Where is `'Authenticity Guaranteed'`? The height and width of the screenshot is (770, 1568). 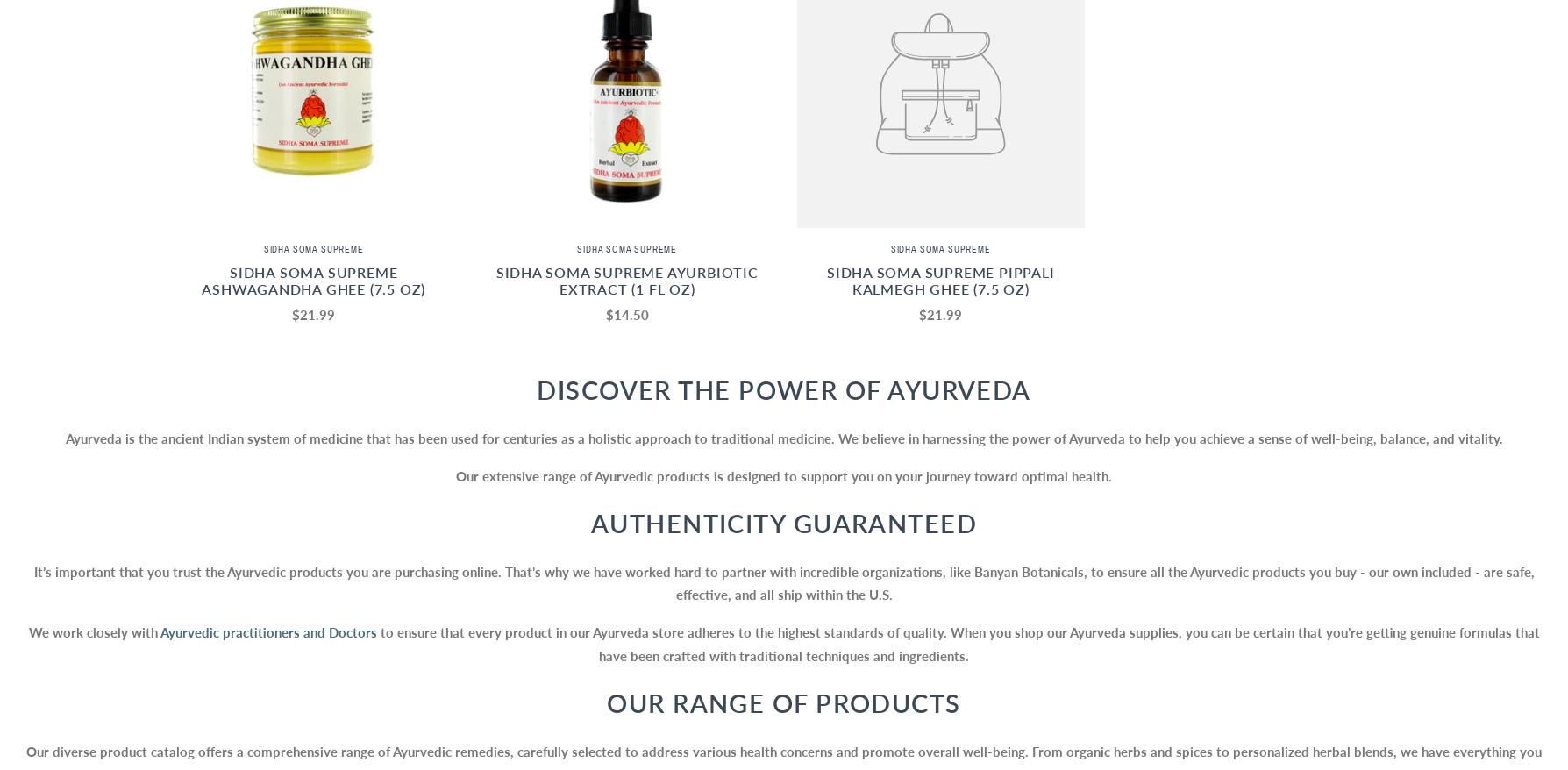 'Authenticity Guaranteed' is located at coordinates (782, 523).